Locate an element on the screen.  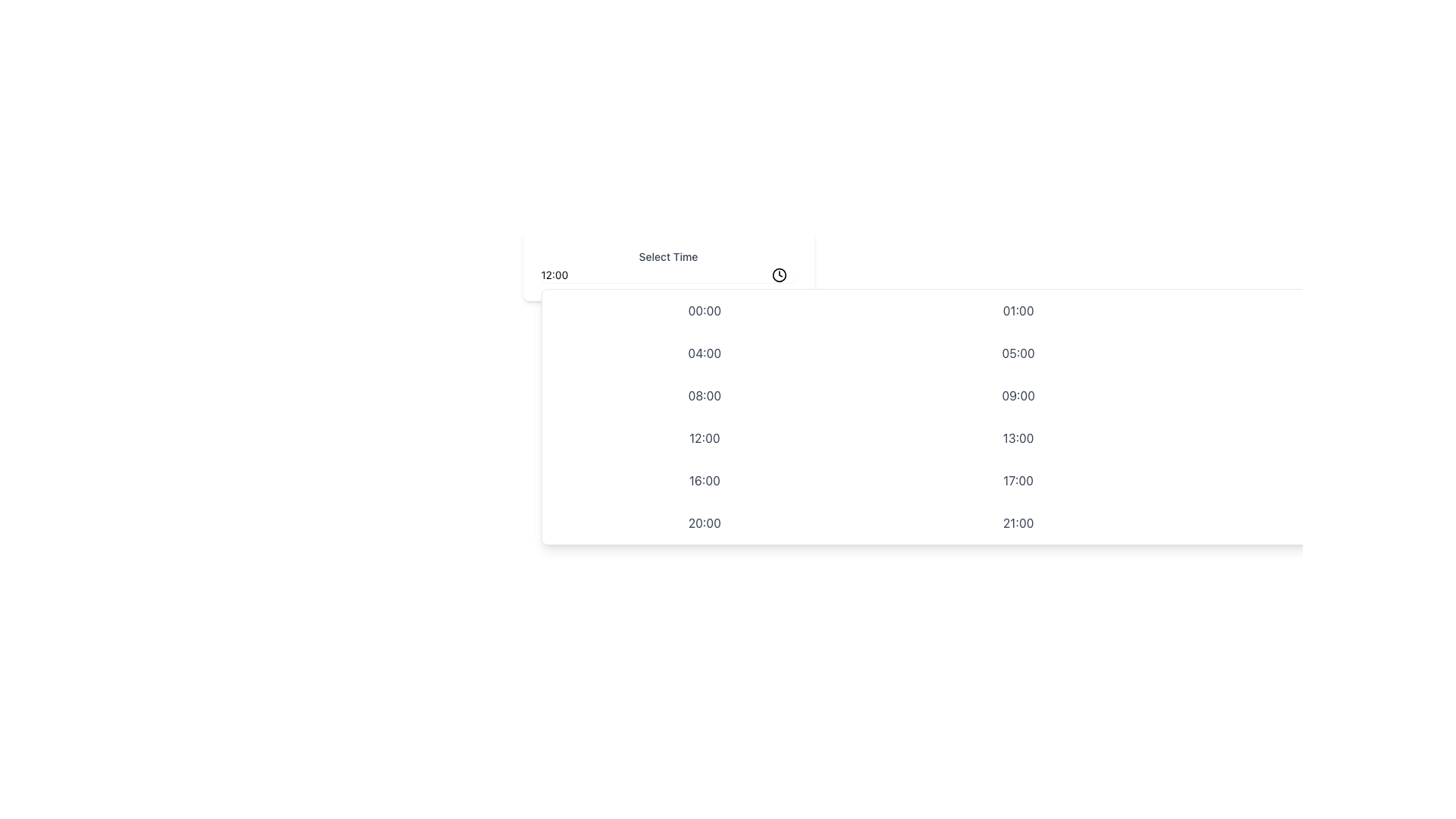
the button displaying '08:00' in bold gray font is located at coordinates (704, 394).